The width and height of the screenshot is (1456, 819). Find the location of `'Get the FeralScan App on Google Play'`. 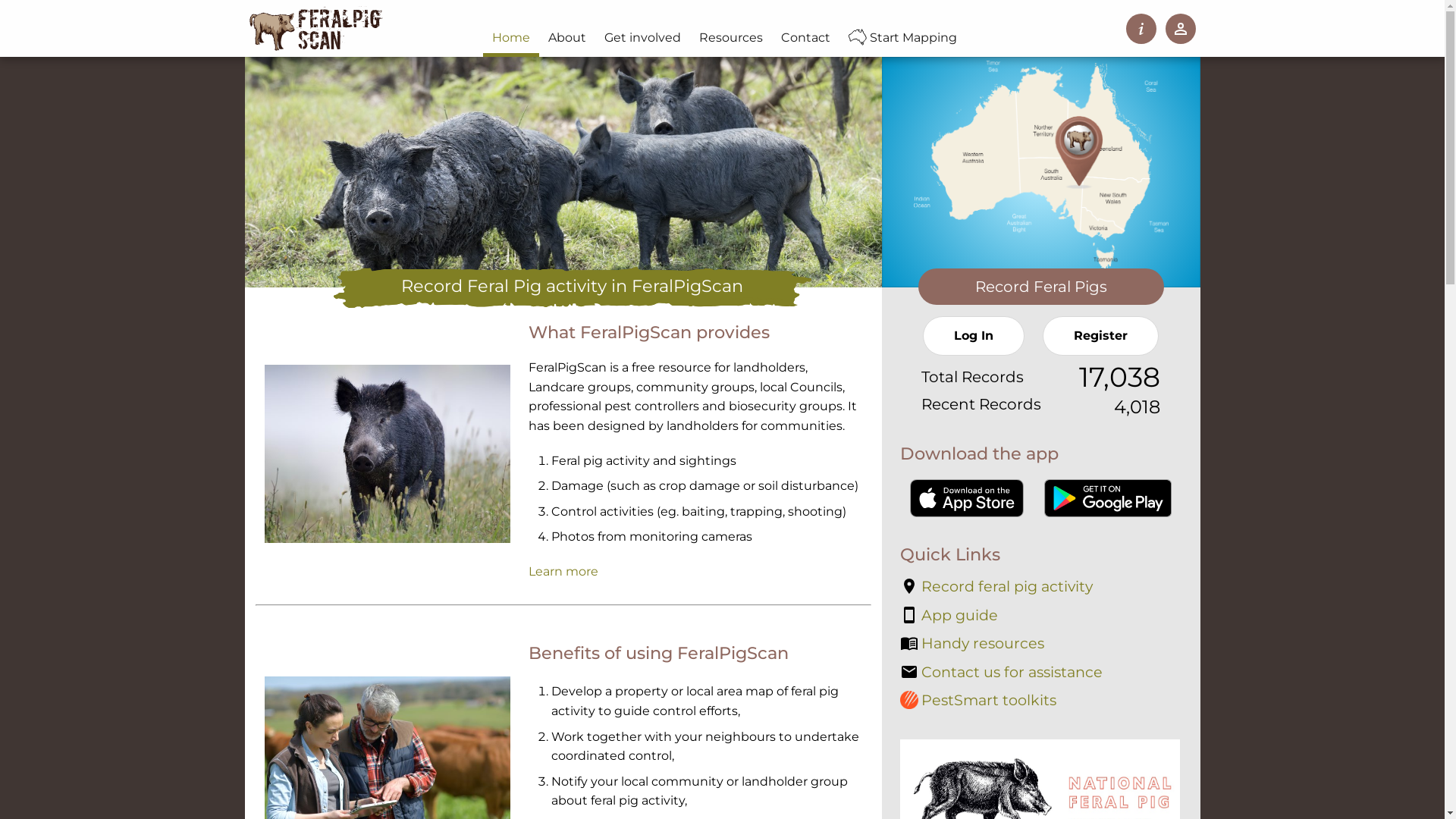

'Get the FeralScan App on Google Play' is located at coordinates (1043, 497).